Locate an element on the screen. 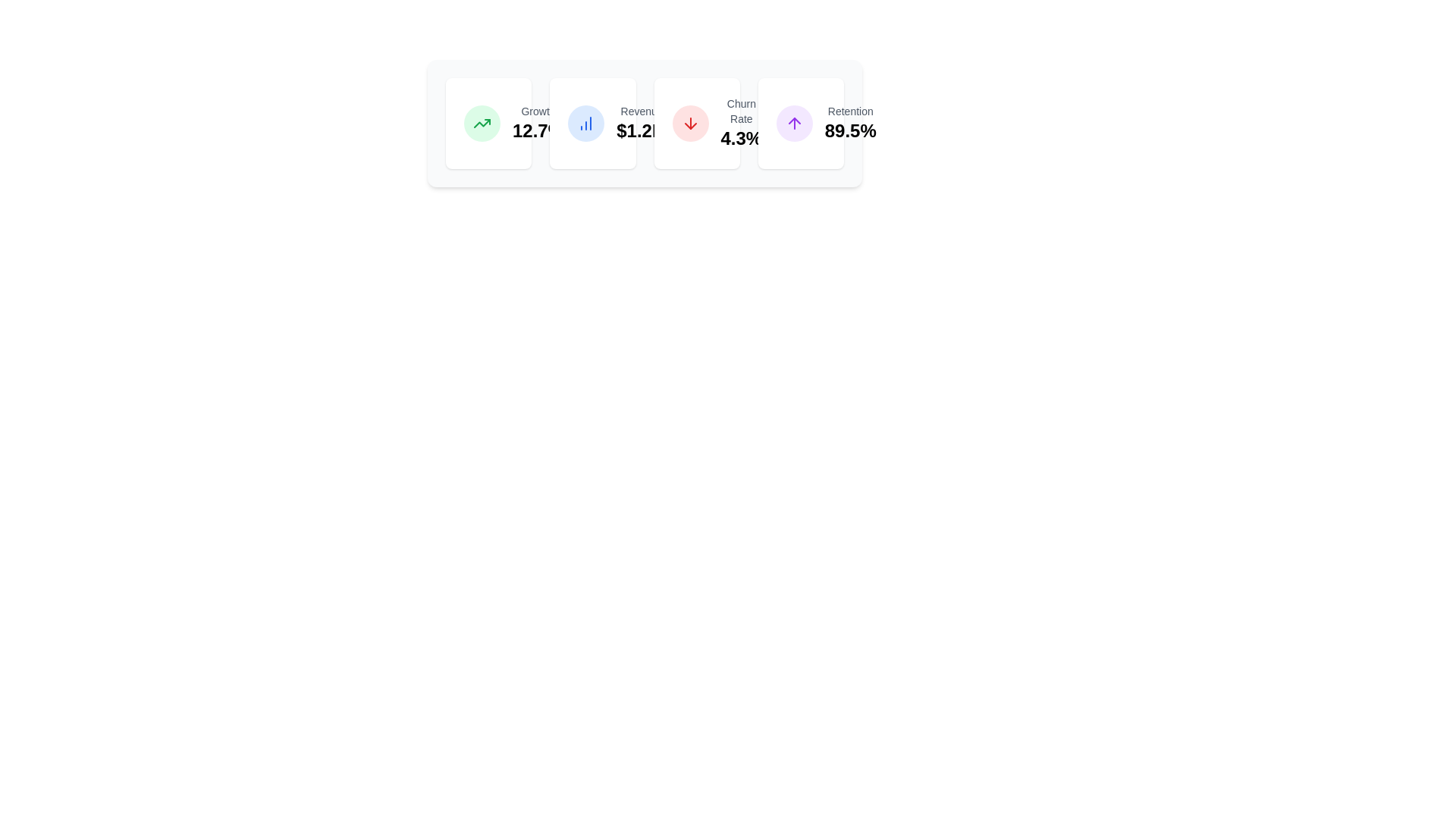  the first icon within the third card from the left in the 'Churn Rate' section is located at coordinates (689, 122).